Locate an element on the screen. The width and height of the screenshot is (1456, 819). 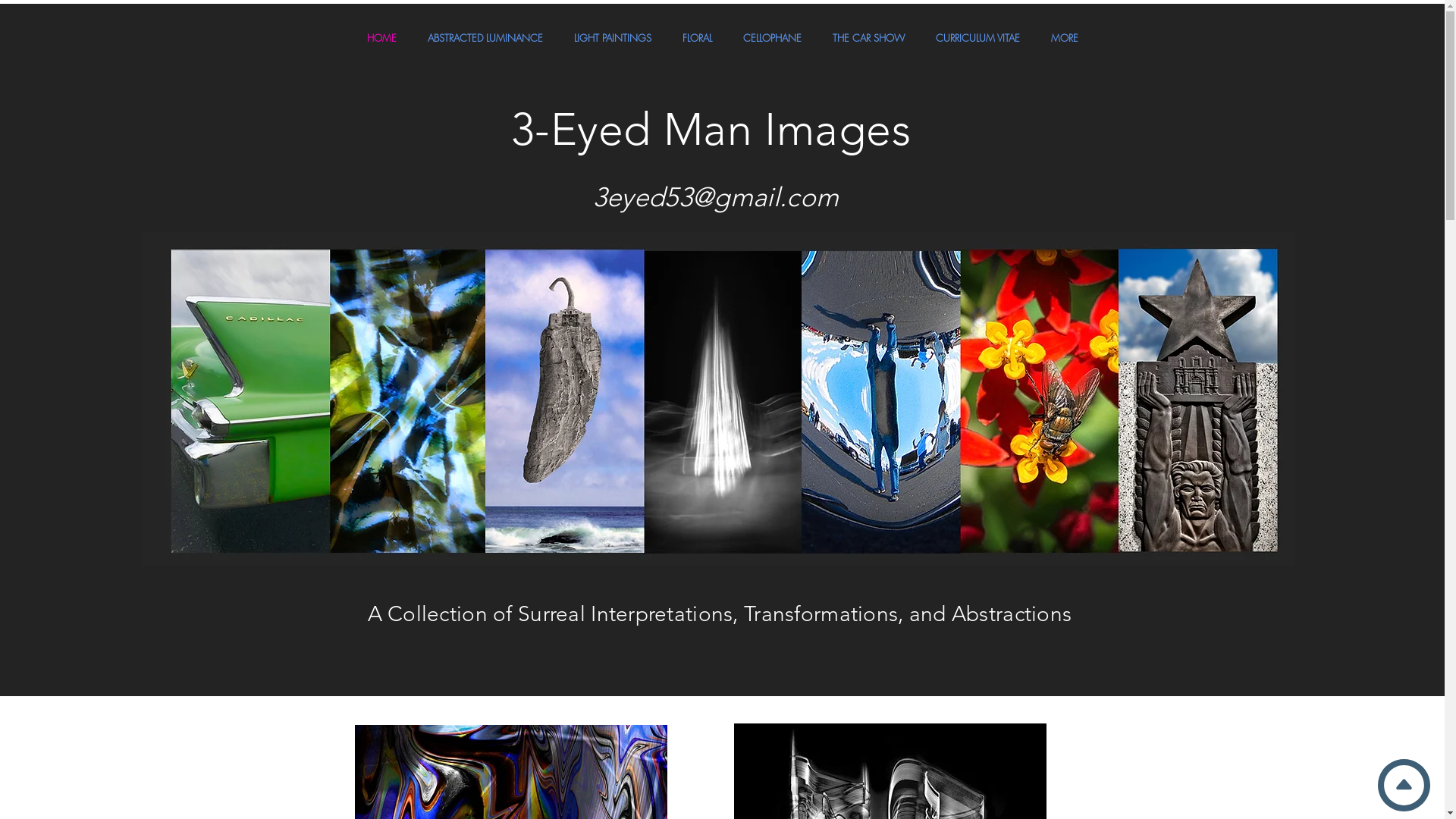
'3eyed53@gmail.com' is located at coordinates (715, 196).